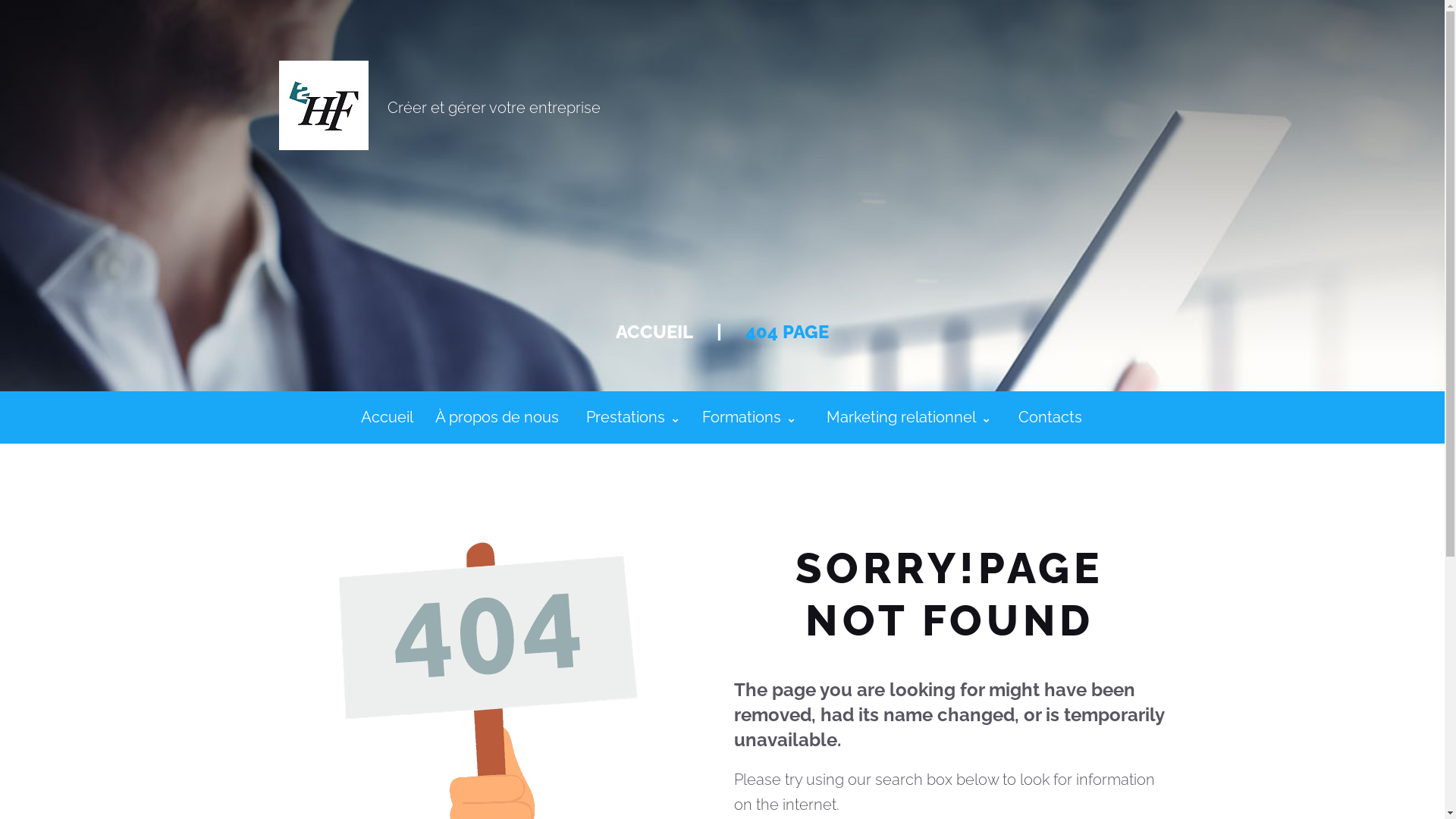  I want to click on 'Accueil', so click(387, 417).